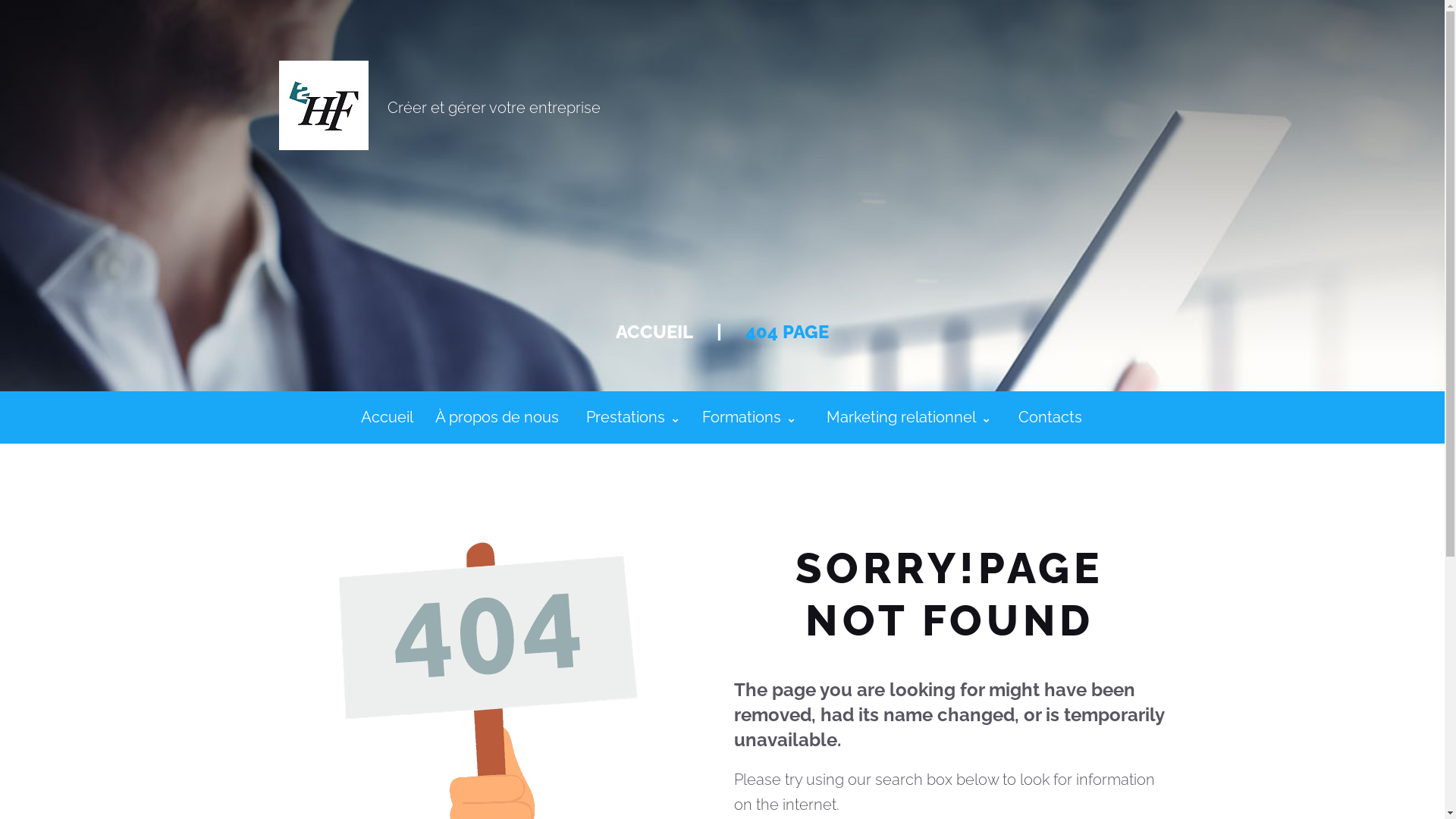  I want to click on 'Accueil', so click(387, 417).